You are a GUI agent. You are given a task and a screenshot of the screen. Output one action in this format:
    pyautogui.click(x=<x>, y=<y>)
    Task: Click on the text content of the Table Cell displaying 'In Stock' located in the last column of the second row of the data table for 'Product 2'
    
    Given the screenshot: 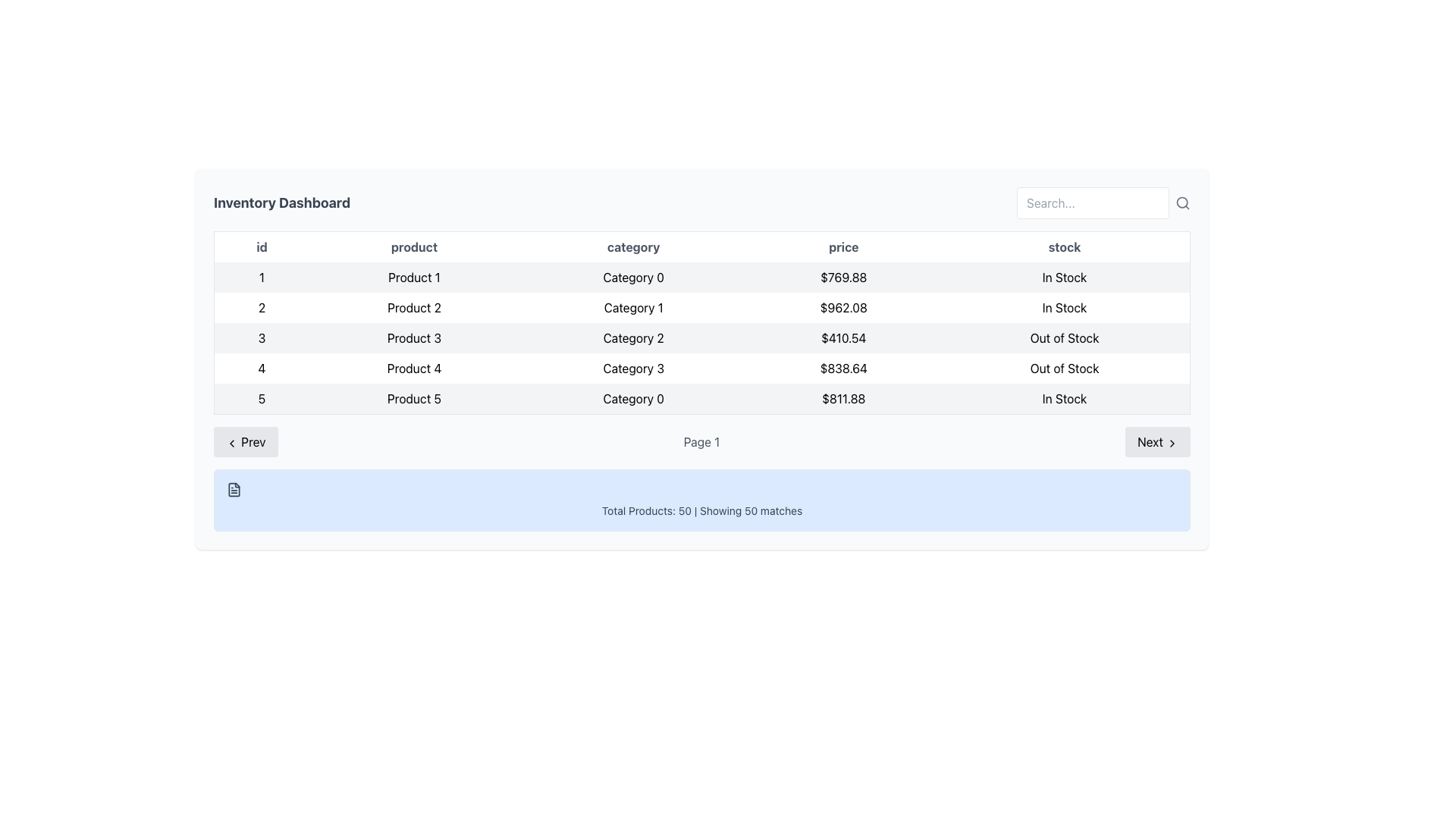 What is the action you would take?
    pyautogui.click(x=1064, y=307)
    